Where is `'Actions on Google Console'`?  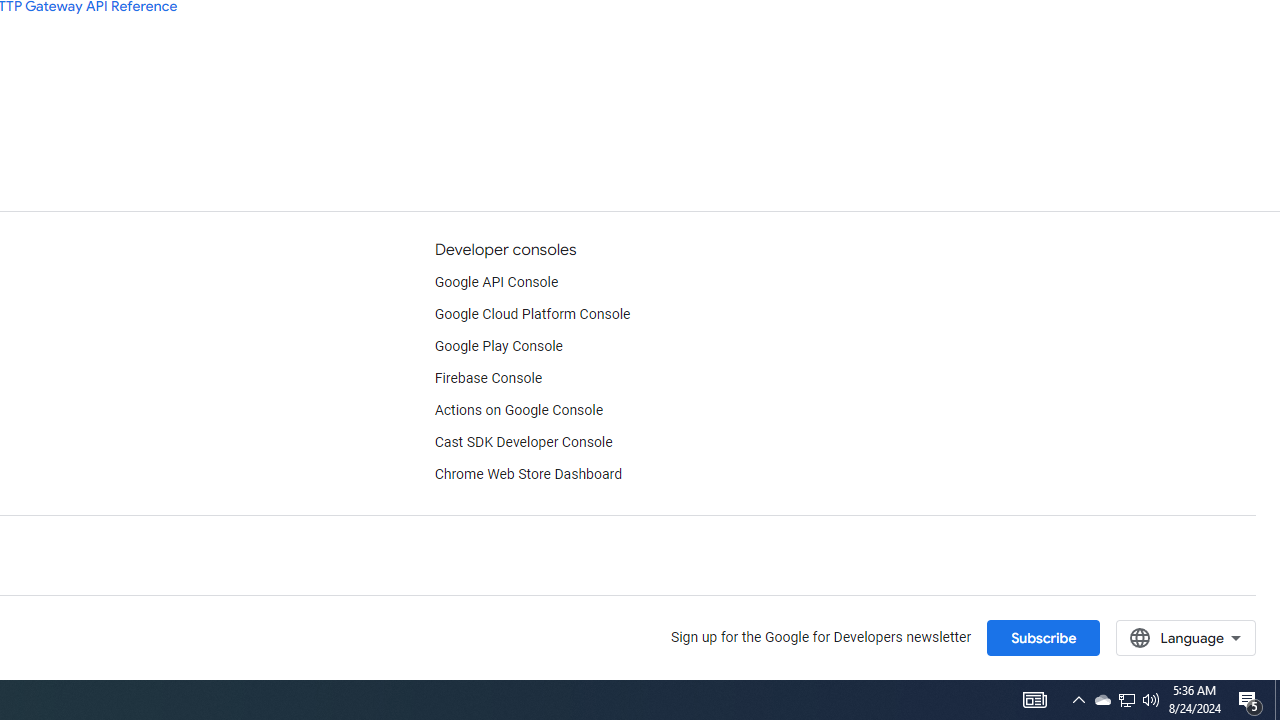
'Actions on Google Console' is located at coordinates (519, 410).